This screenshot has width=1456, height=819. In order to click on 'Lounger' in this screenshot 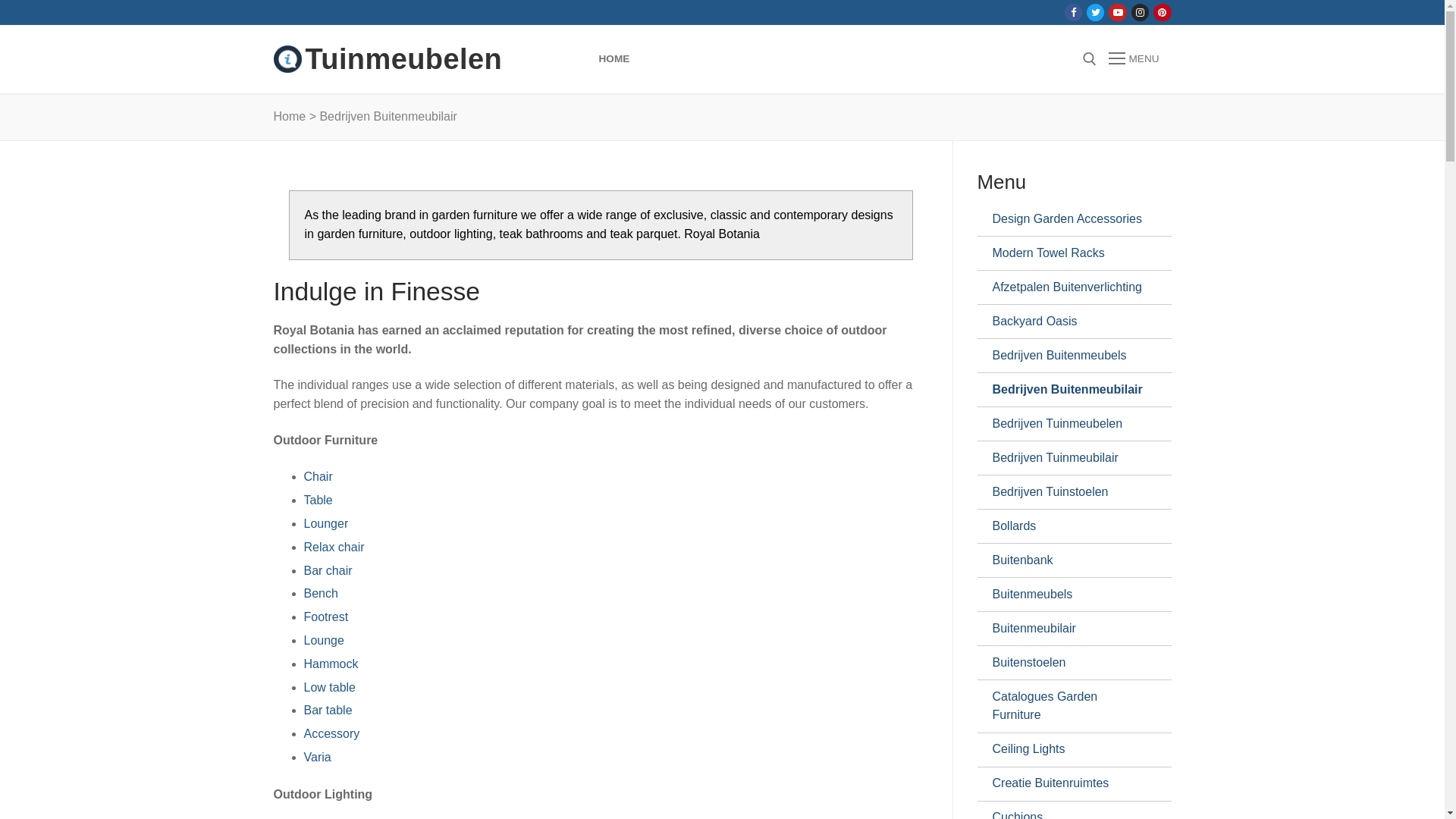, I will do `click(303, 522)`.